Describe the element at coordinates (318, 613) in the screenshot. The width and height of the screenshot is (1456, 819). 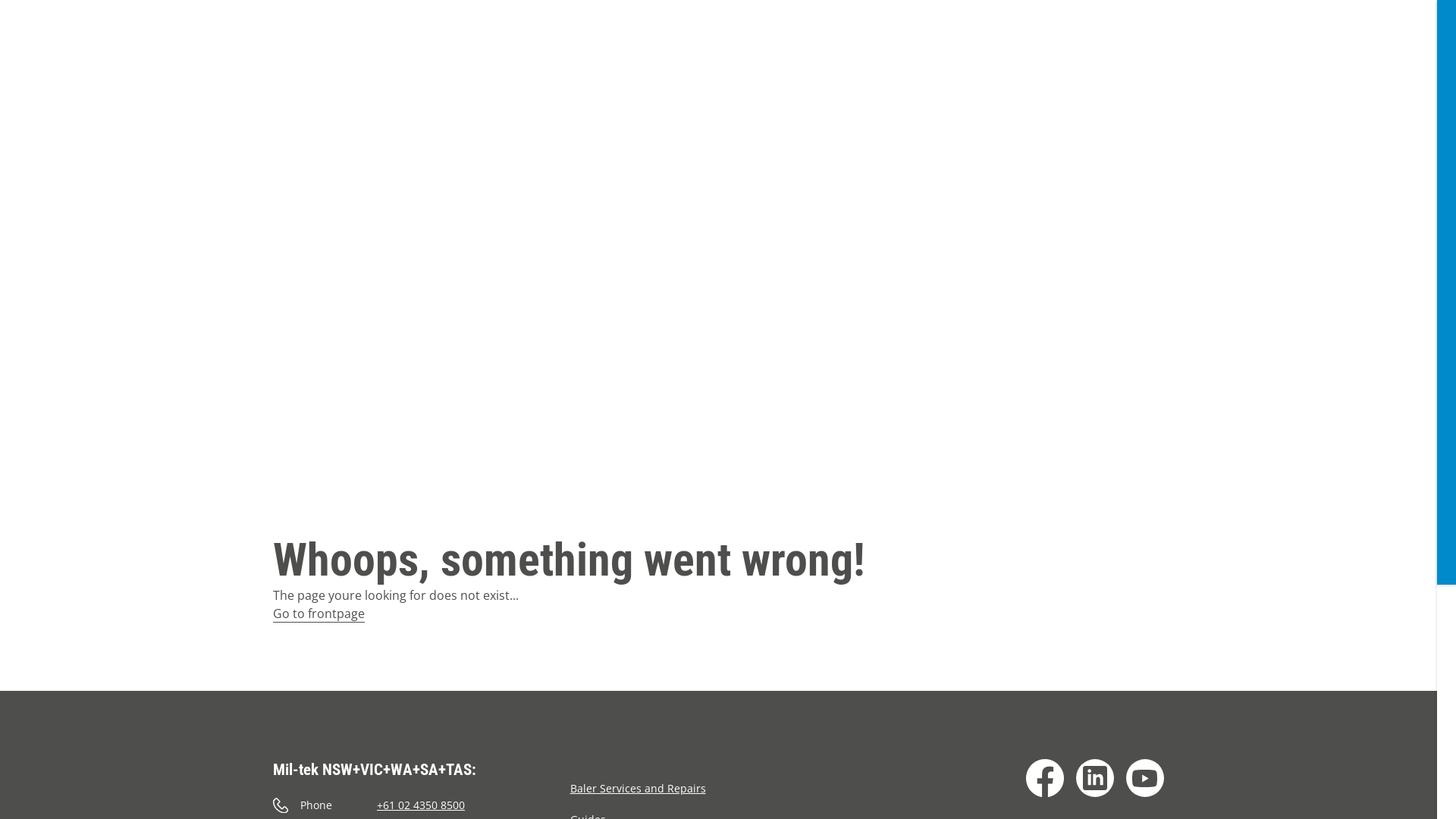
I see `'Go to frontpage'` at that location.